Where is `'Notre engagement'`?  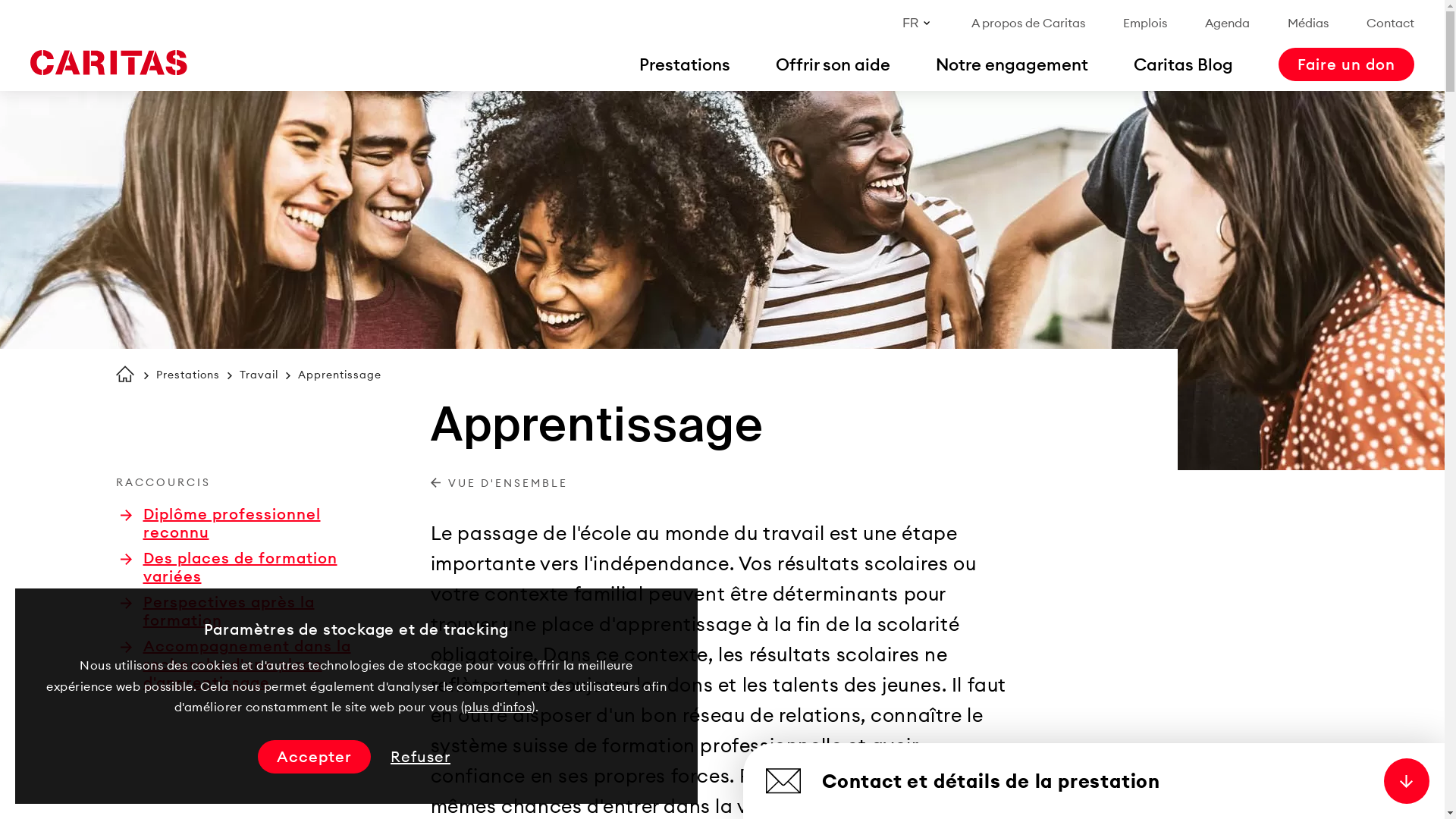 'Notre engagement' is located at coordinates (1012, 63).